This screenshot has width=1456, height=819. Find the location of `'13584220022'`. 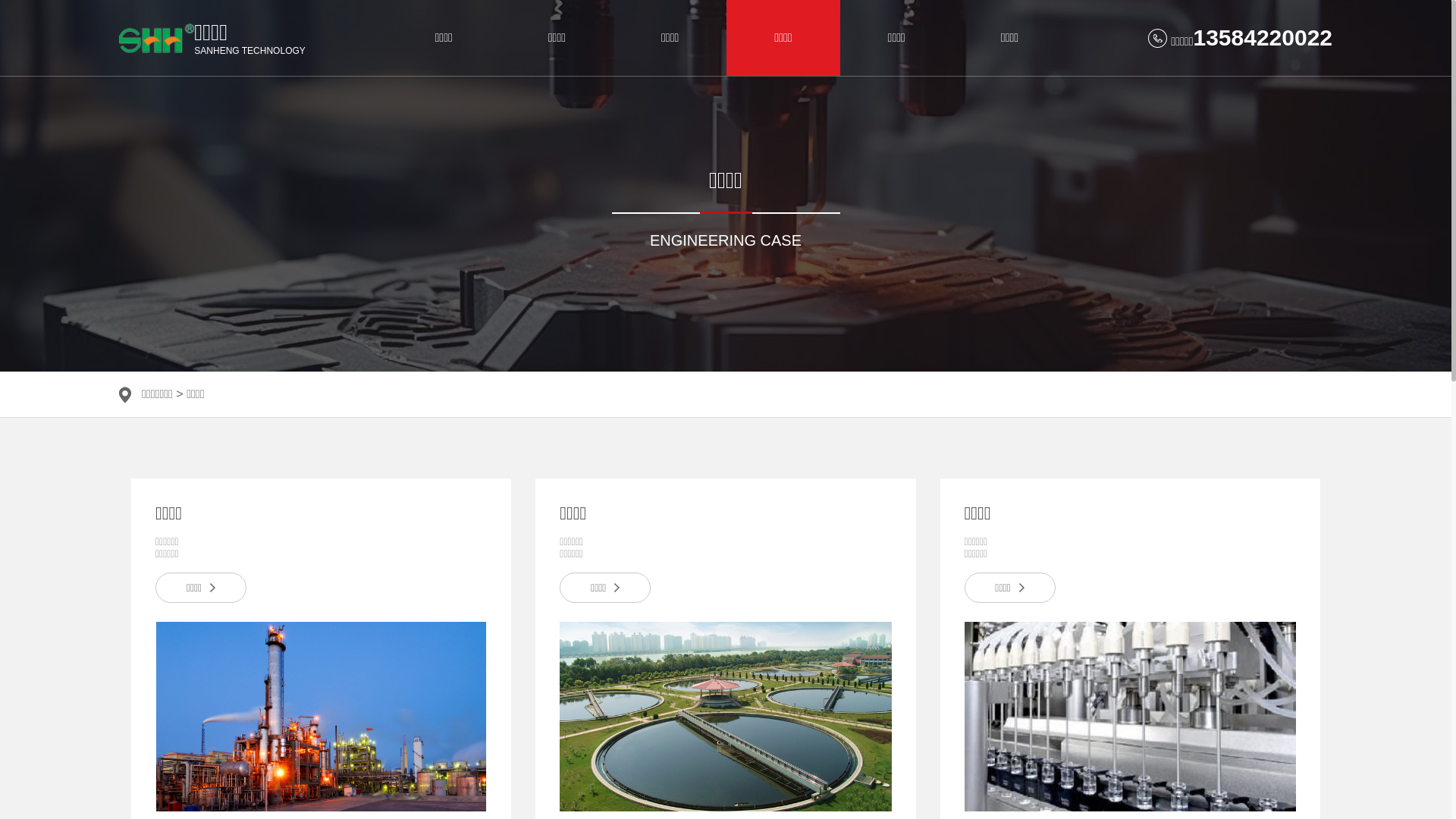

'13584220022' is located at coordinates (1263, 36).